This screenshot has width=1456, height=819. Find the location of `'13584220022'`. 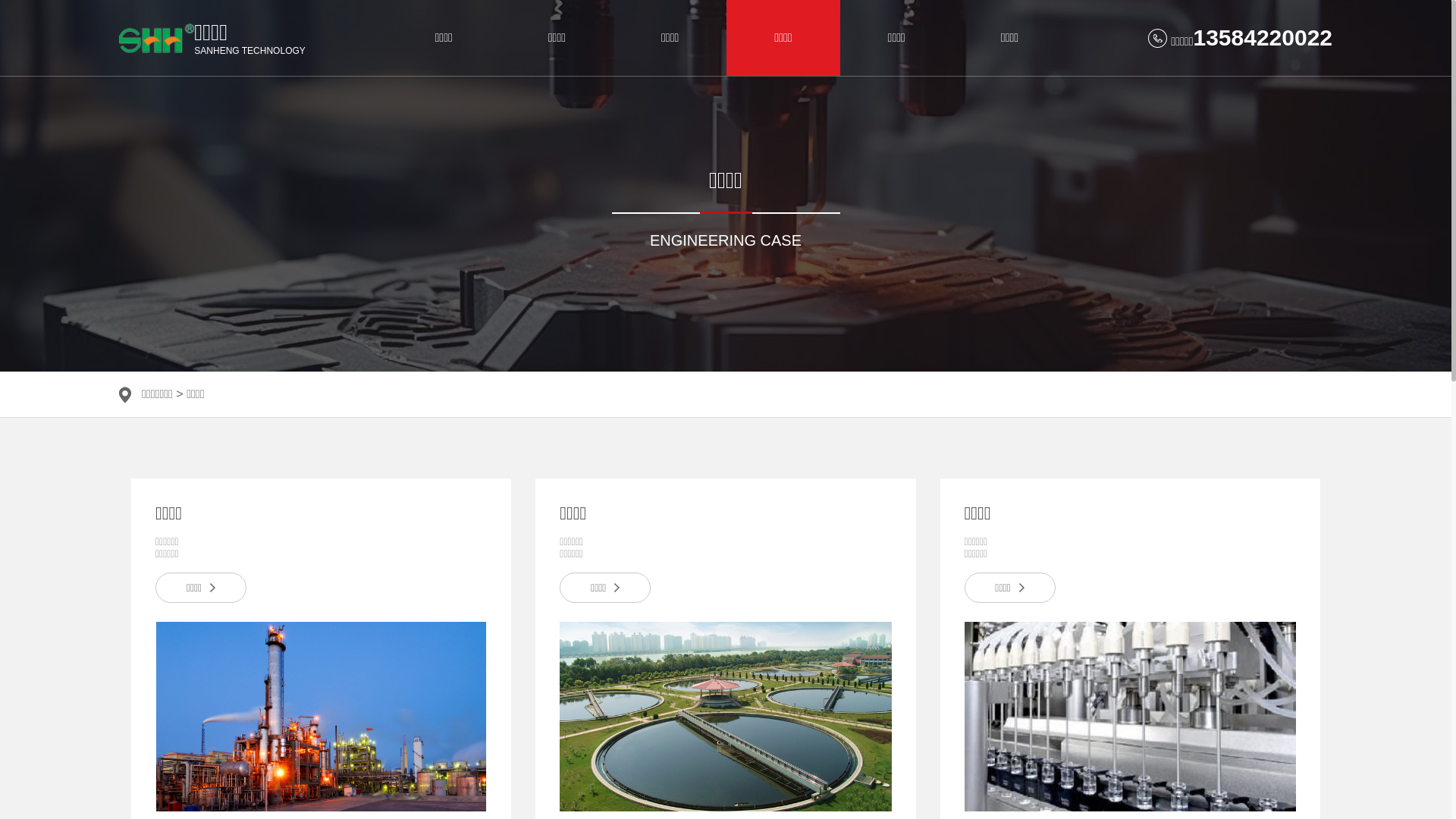

'13584220022' is located at coordinates (1263, 36).